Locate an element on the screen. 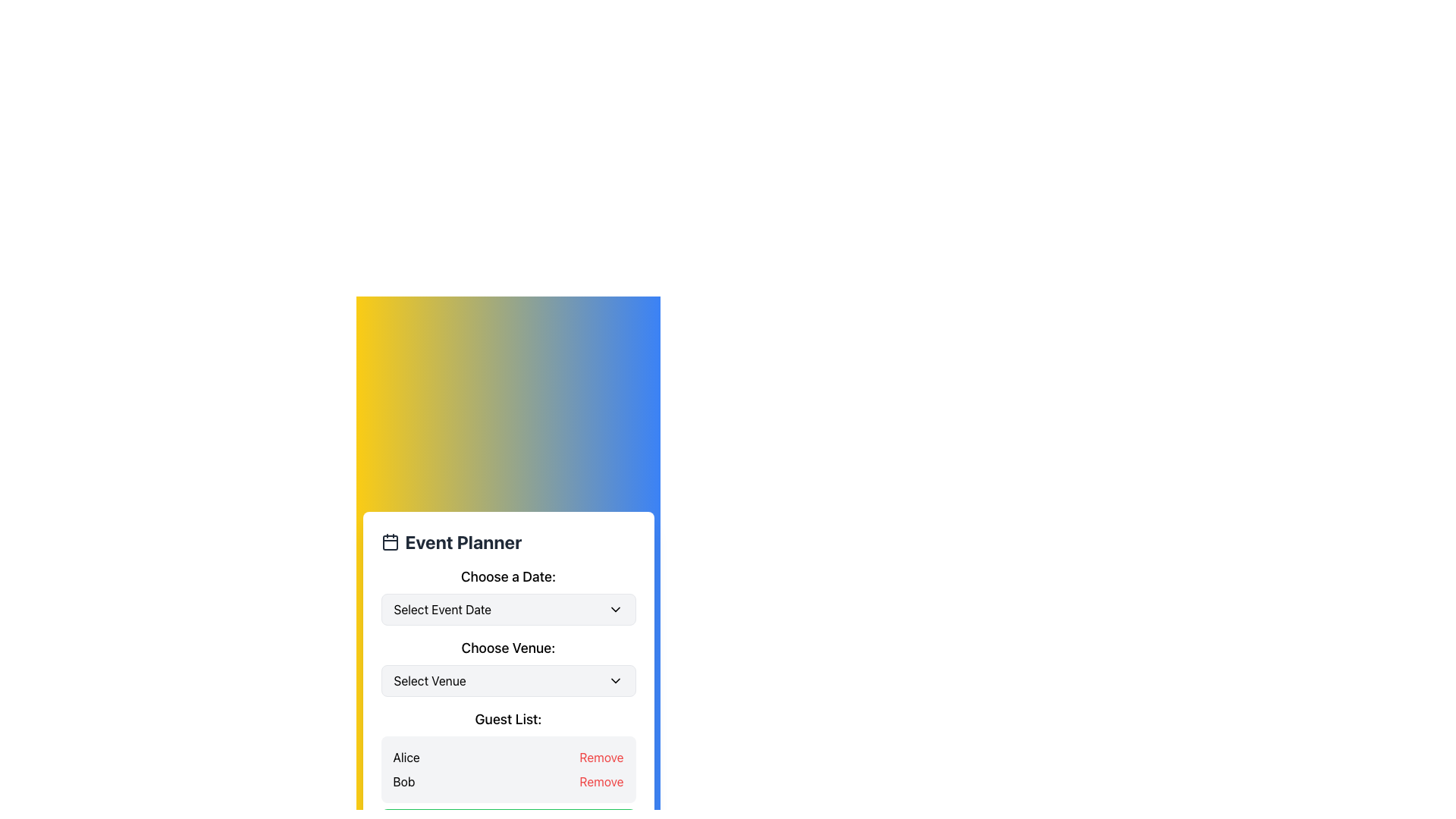  the text label displaying the name 'Bob', which is the second entry in the guest list under the 'Guest List:' heading in the 'Event Planner' panel is located at coordinates (403, 781).